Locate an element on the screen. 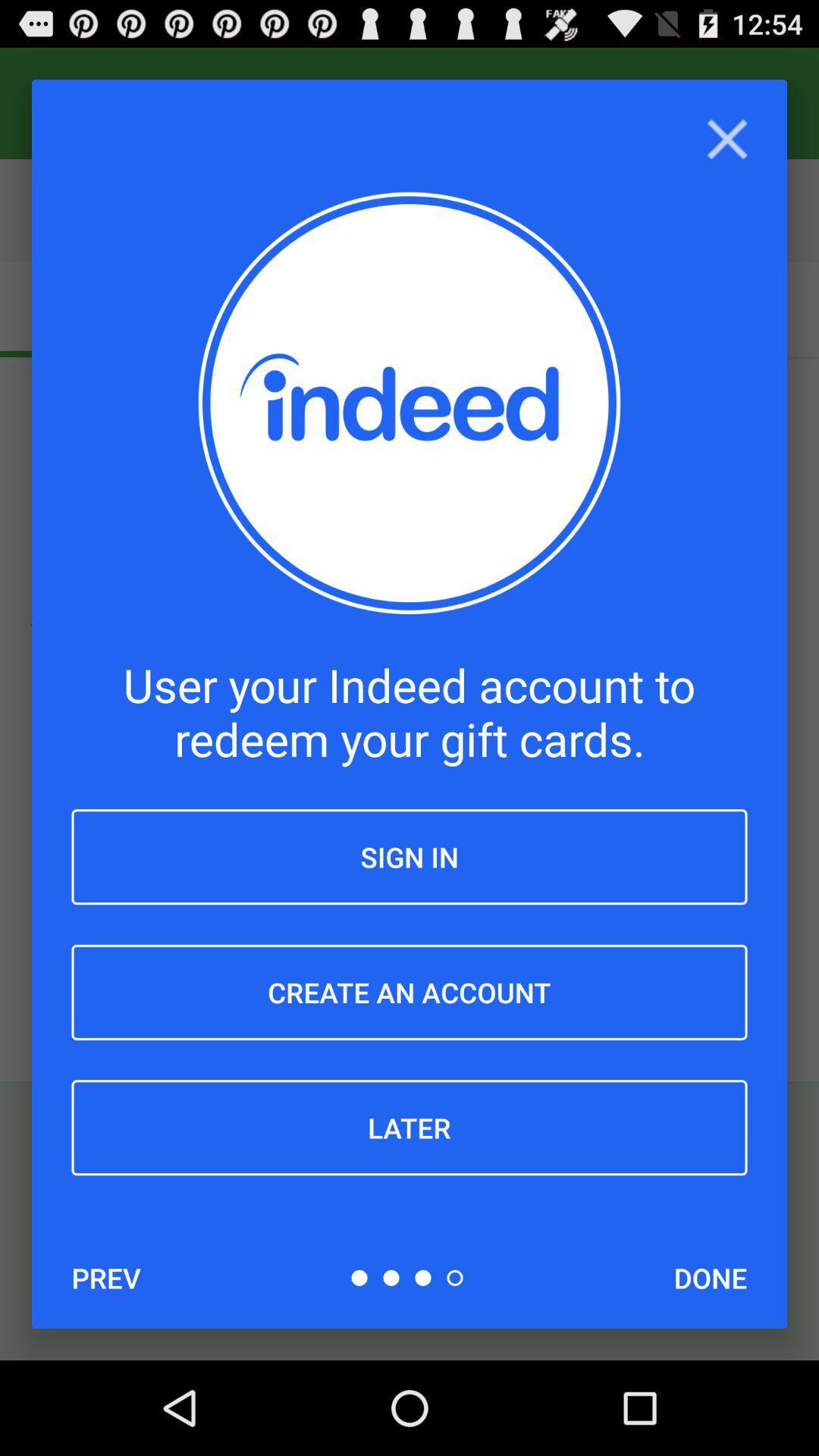 Image resolution: width=819 pixels, height=1456 pixels. close is located at coordinates (726, 139).